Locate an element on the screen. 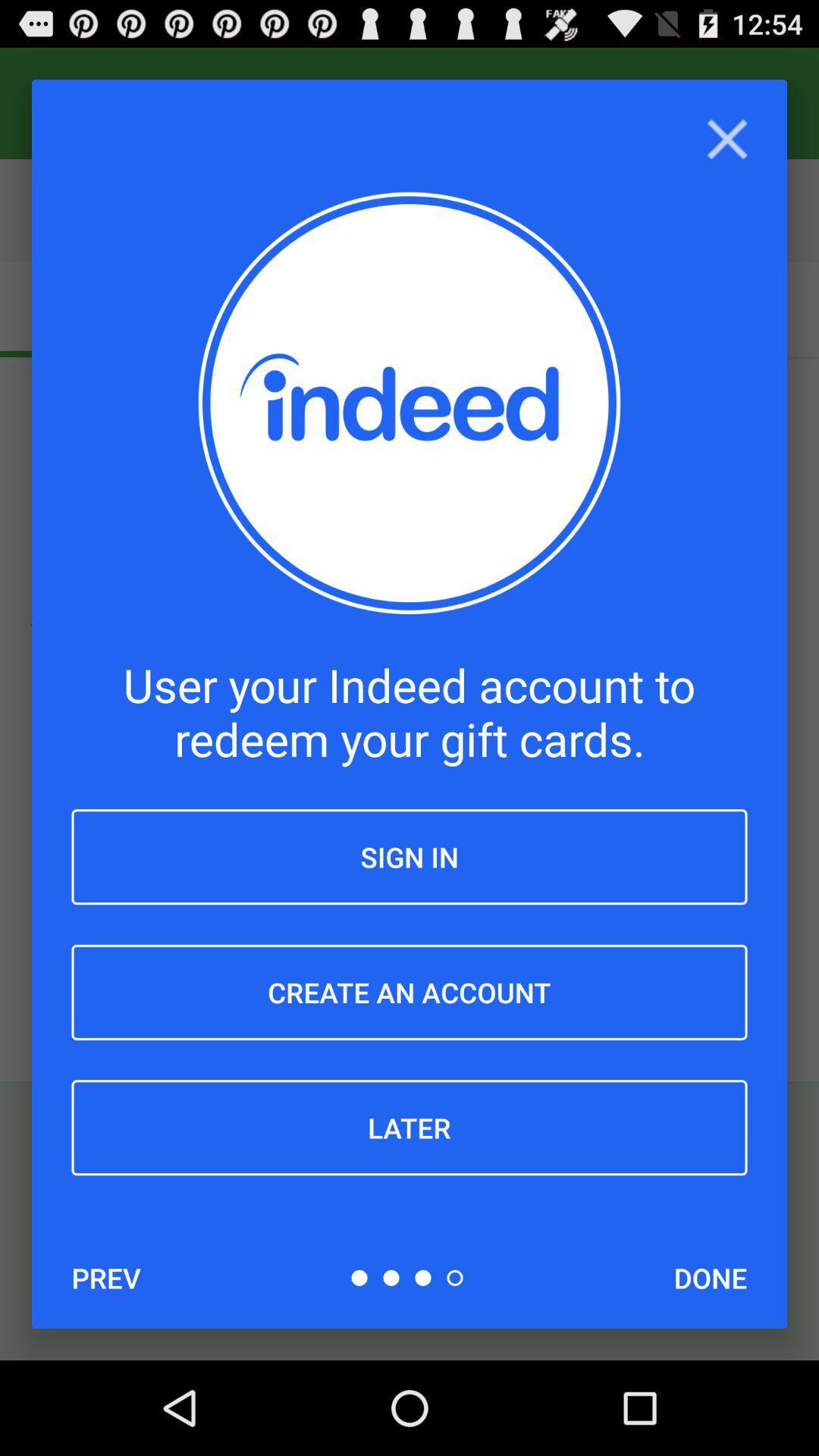 Image resolution: width=819 pixels, height=1456 pixels. close is located at coordinates (726, 139).